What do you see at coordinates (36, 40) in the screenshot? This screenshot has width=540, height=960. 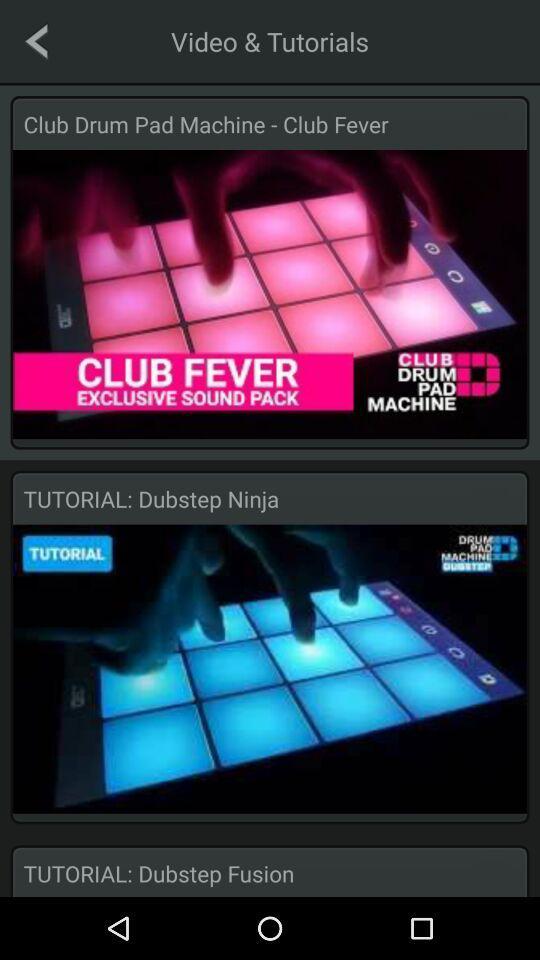 I see `the icon to the left of the video & tutorials app` at bounding box center [36, 40].